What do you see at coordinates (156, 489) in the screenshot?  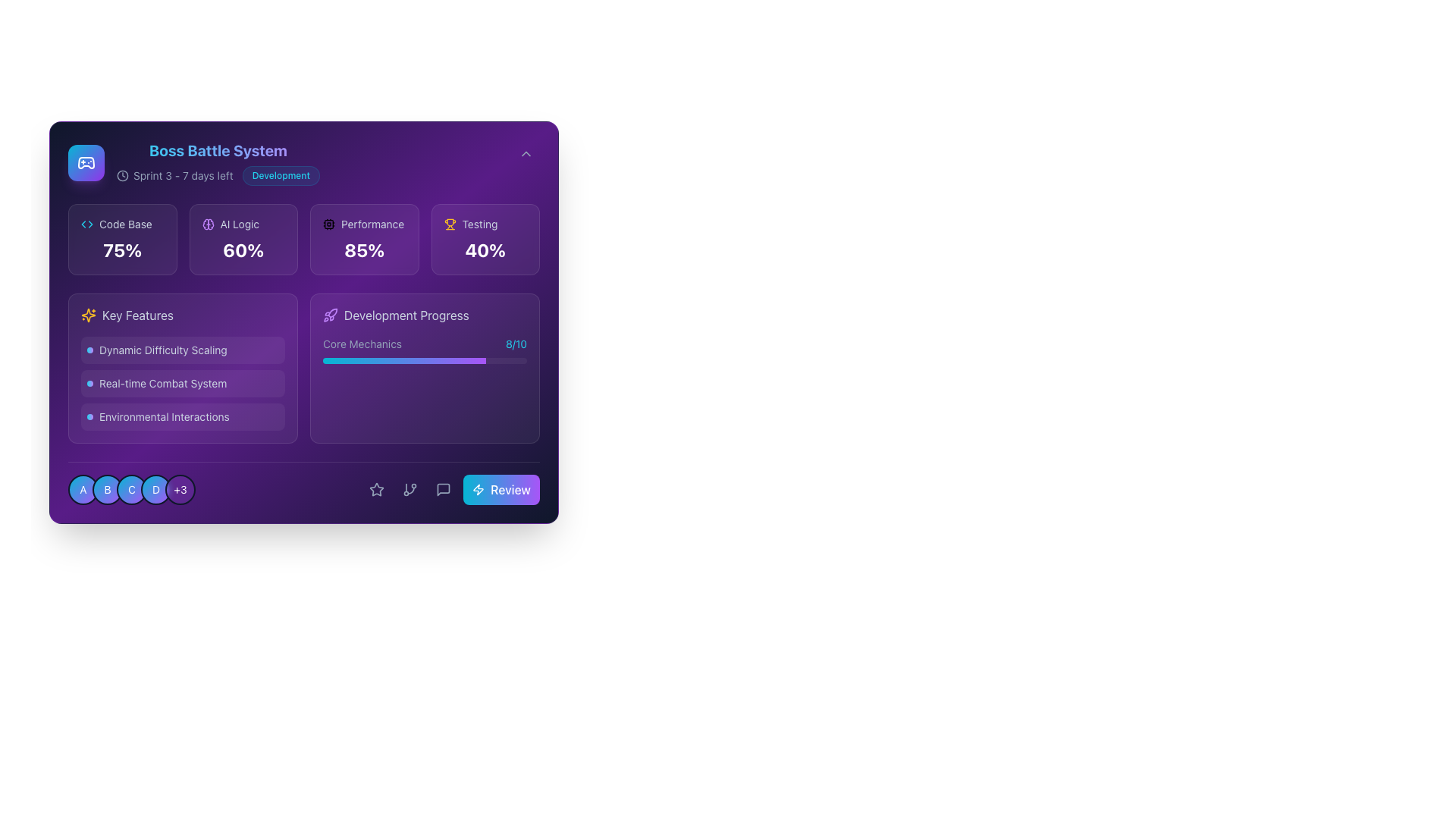 I see `the circular button labeled 'D' with a gradient background transitioning from cyan to purple` at bounding box center [156, 489].